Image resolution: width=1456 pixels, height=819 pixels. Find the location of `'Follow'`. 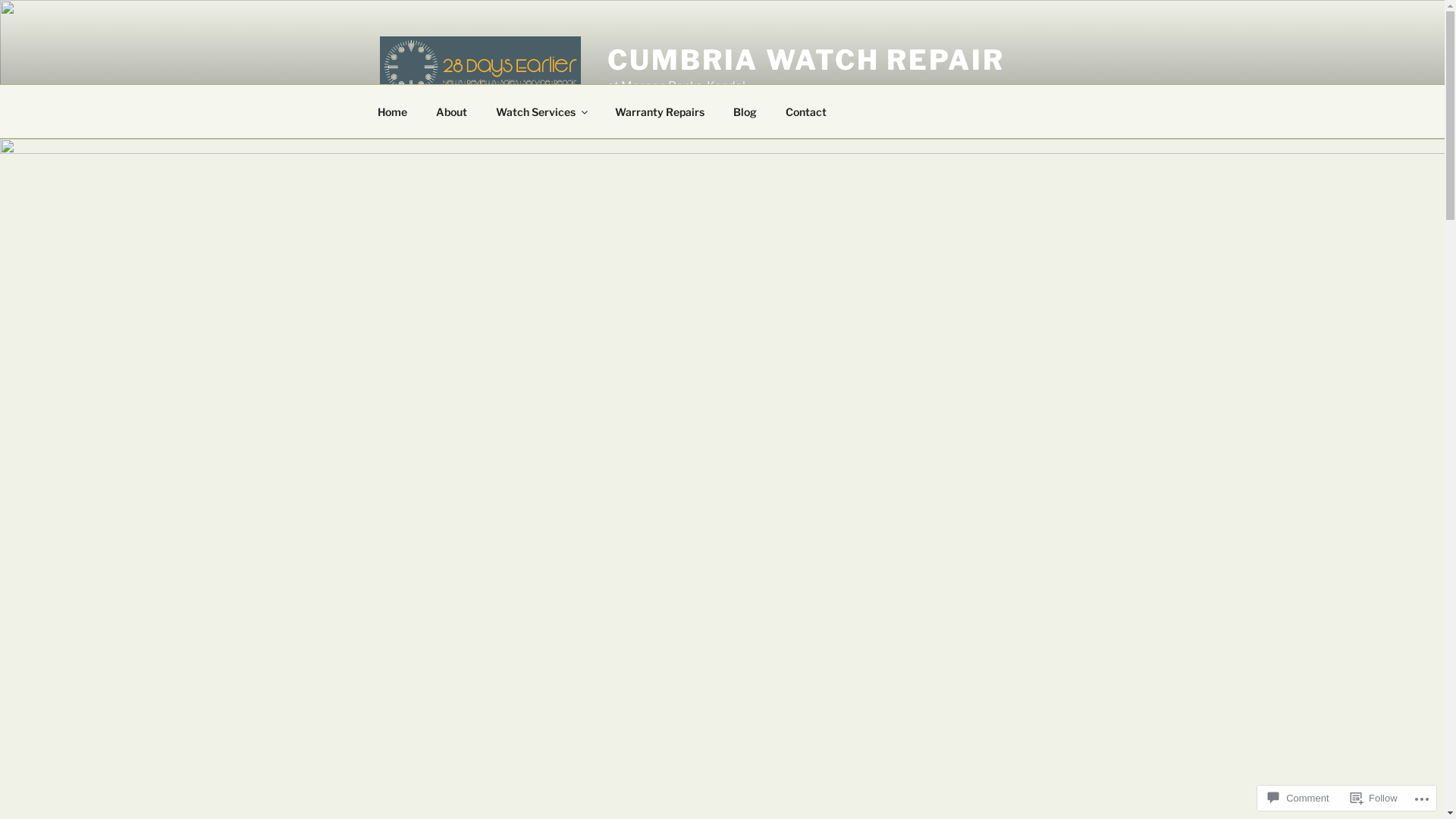

'Follow' is located at coordinates (1374, 797).